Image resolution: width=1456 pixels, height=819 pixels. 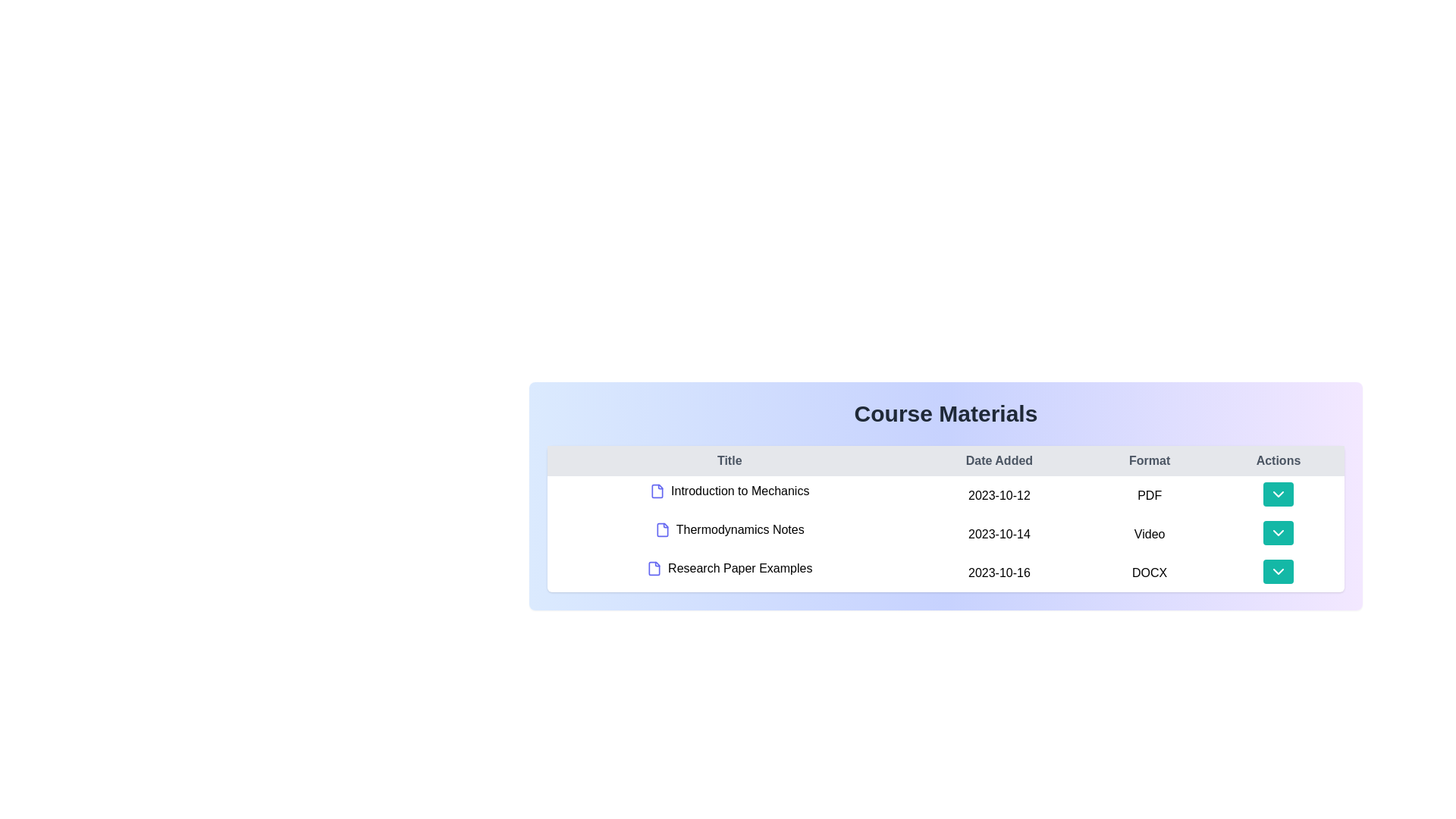 What do you see at coordinates (1150, 533) in the screenshot?
I see `the text label indicating the format of the course material, which specifies it as a video in the table row for 'Thermodynamics Notes'` at bounding box center [1150, 533].